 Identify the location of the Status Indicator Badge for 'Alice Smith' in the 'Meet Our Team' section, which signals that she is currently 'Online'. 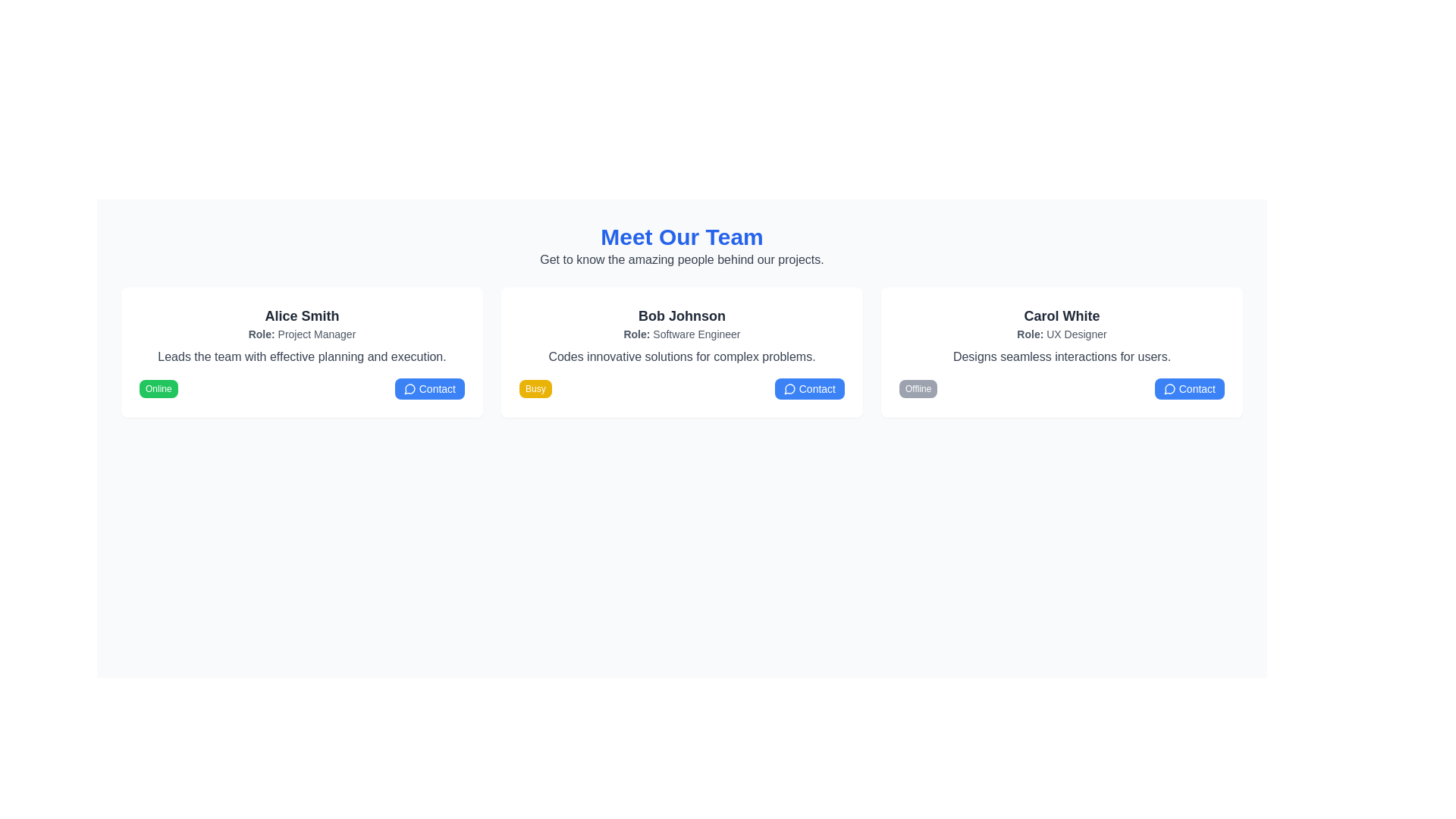
(158, 388).